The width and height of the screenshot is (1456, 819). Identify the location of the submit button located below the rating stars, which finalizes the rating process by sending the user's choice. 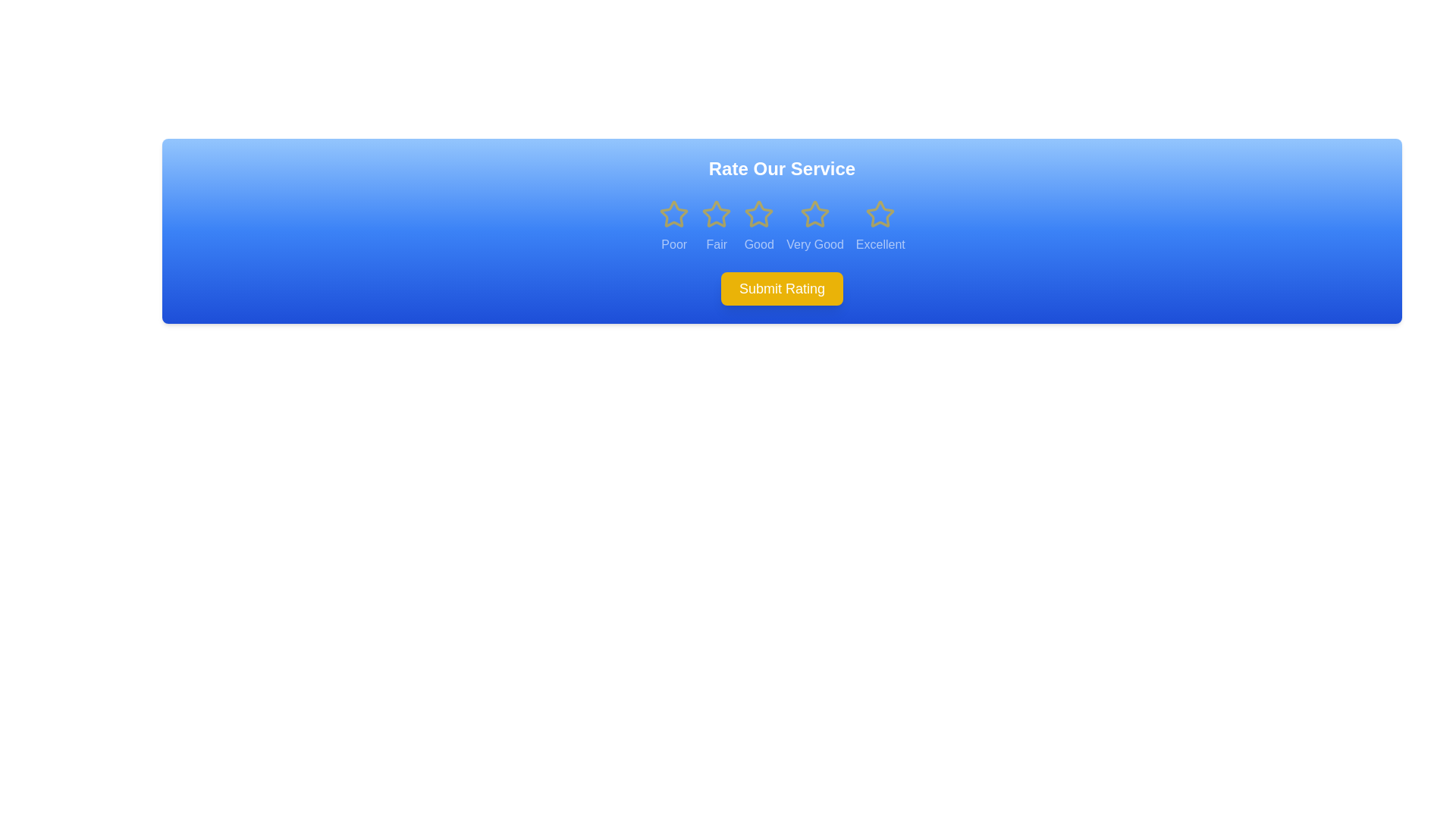
(782, 289).